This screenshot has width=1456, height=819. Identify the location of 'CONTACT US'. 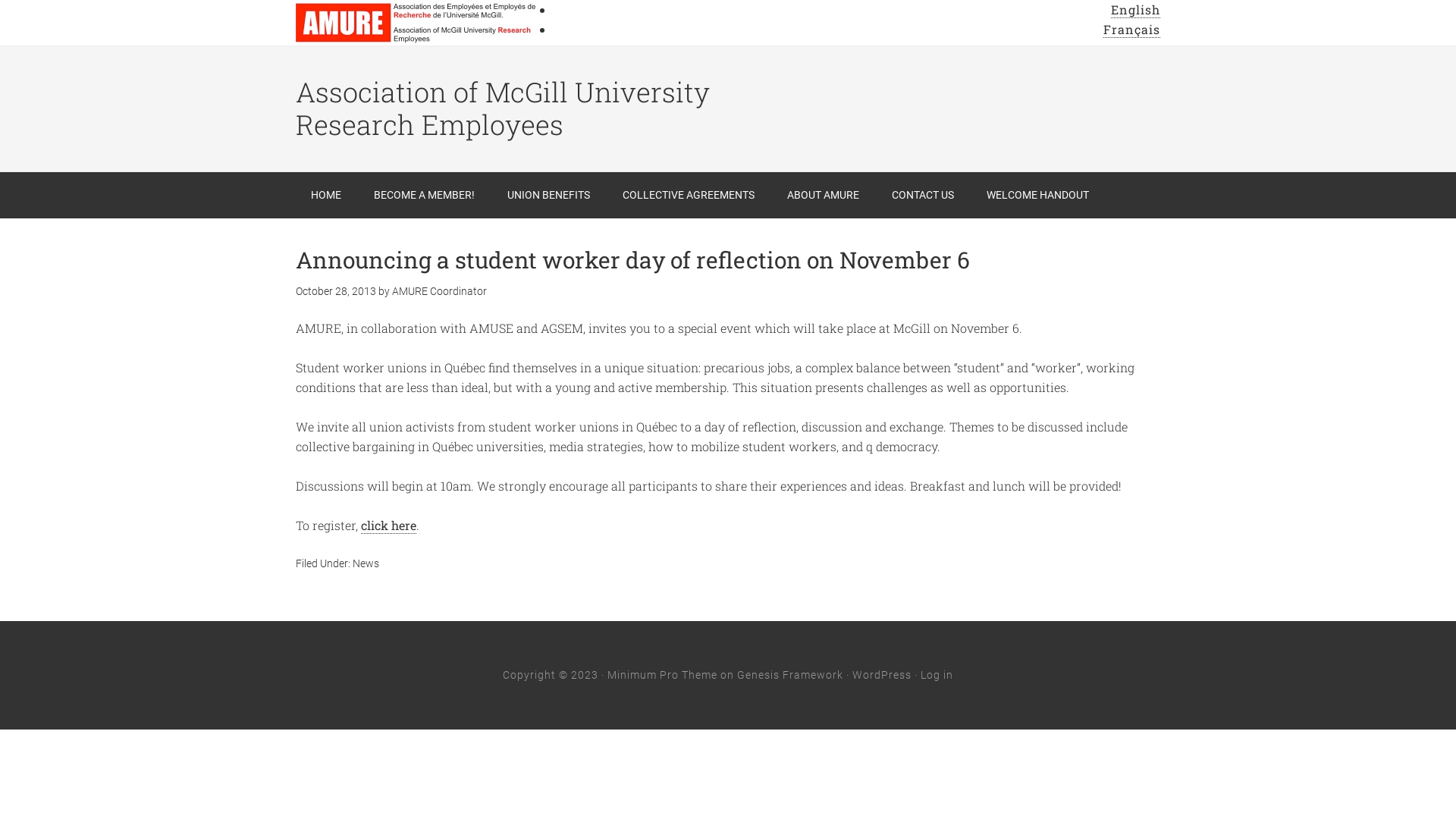
(877, 194).